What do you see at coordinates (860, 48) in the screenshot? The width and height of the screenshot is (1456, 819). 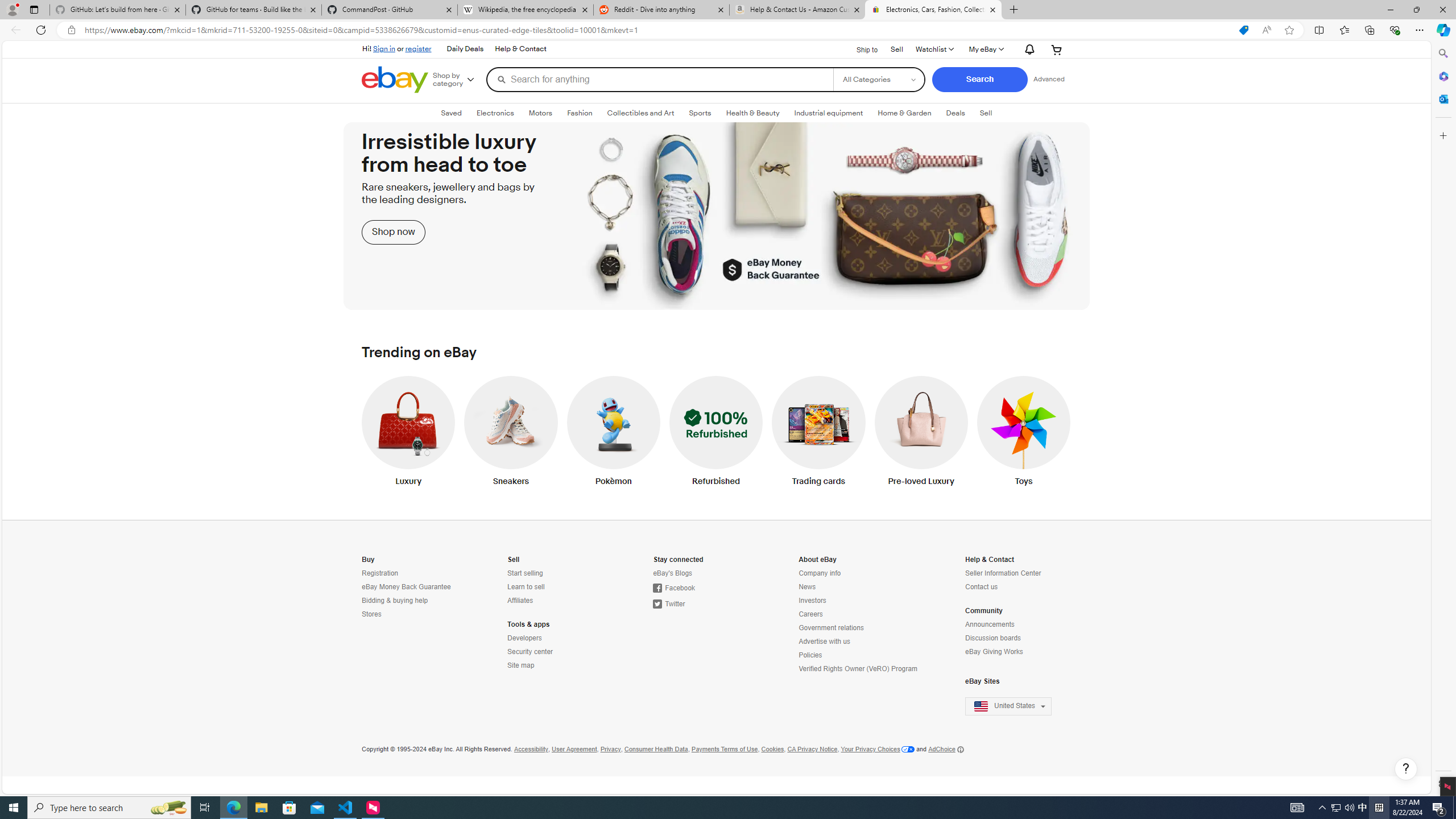 I see `'Ship to'` at bounding box center [860, 48].